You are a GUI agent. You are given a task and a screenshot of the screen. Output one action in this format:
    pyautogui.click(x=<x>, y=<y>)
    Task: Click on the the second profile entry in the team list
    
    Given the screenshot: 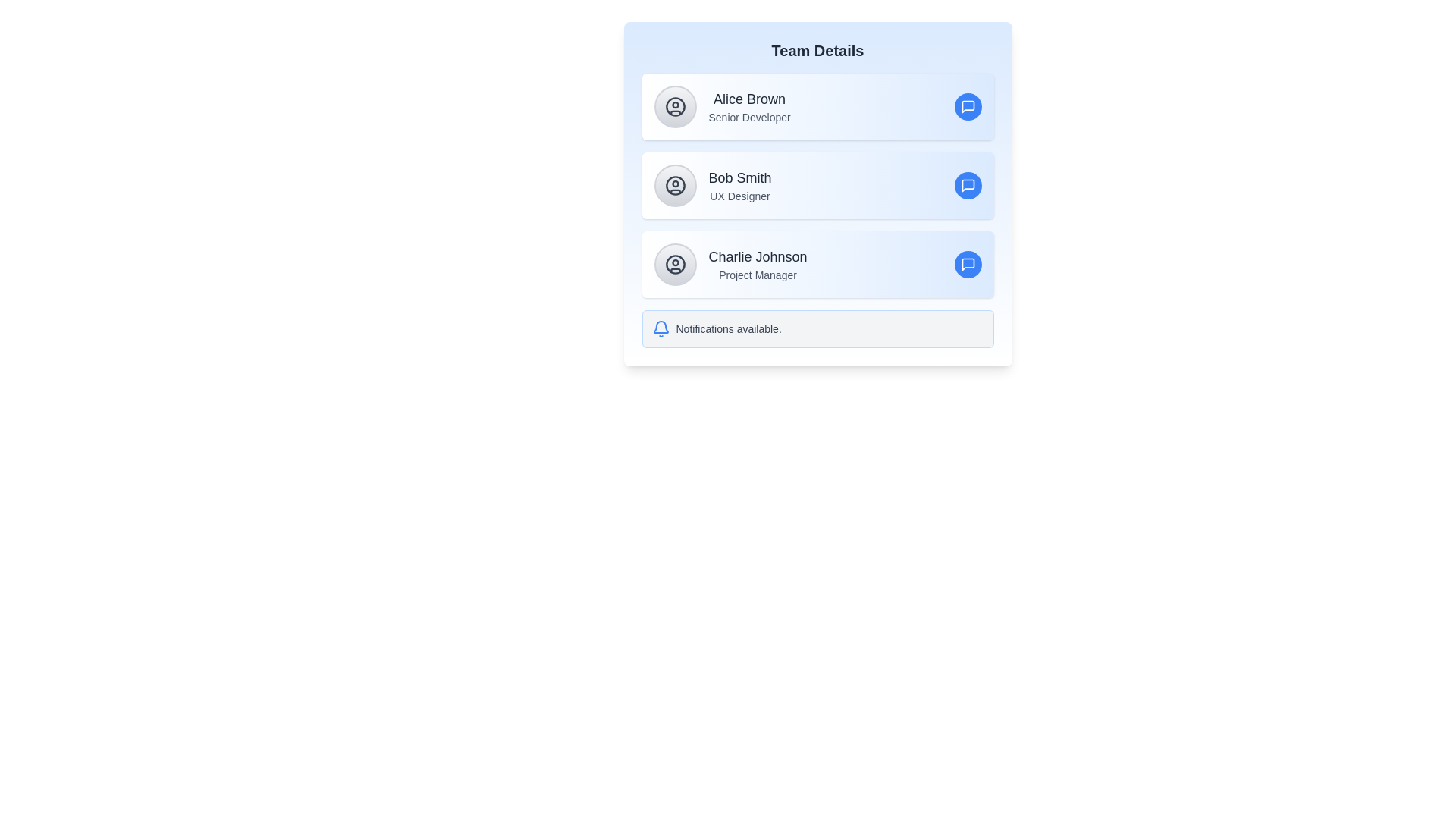 What is the action you would take?
    pyautogui.click(x=817, y=185)
    